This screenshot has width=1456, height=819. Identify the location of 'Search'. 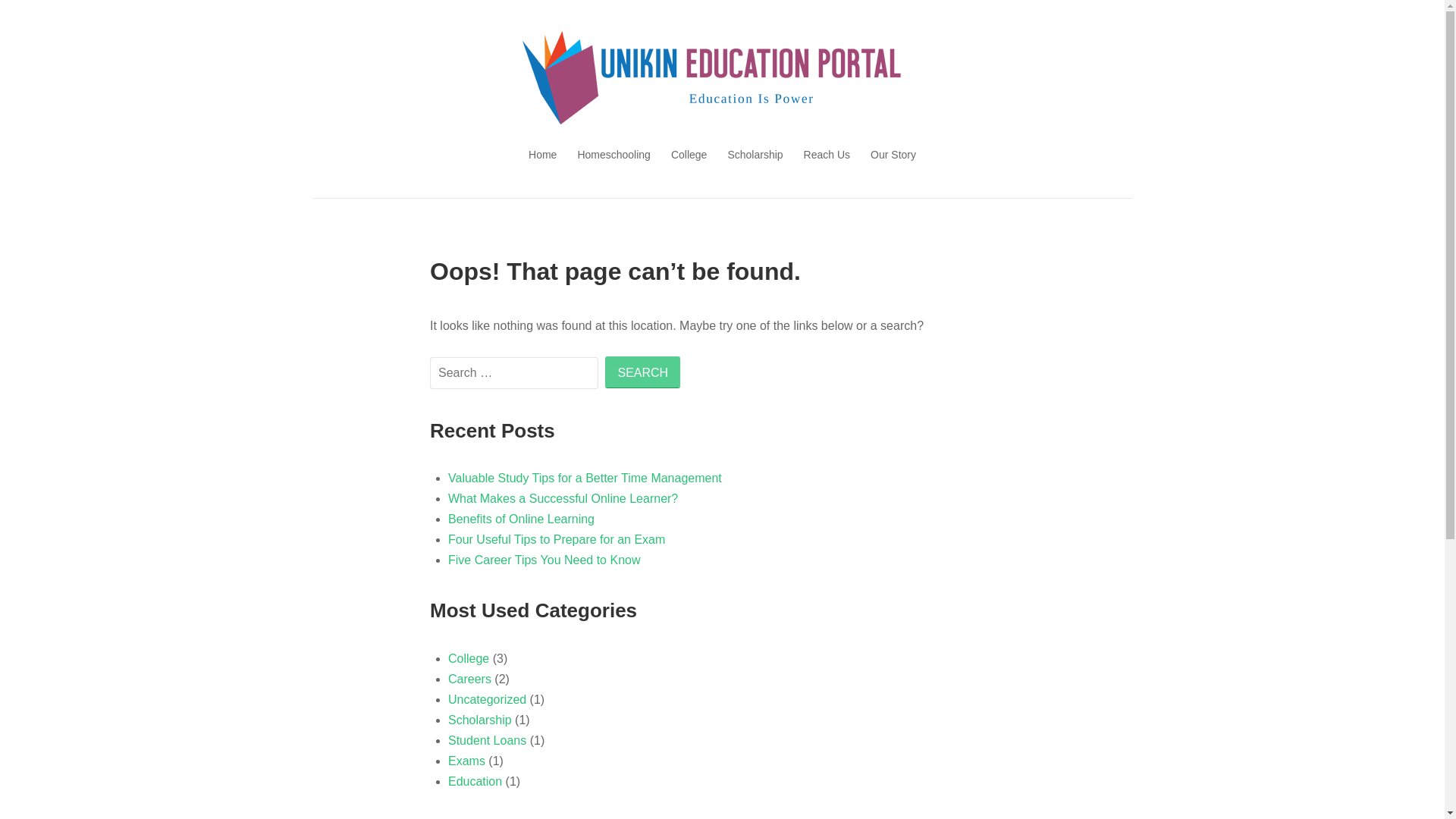
(642, 372).